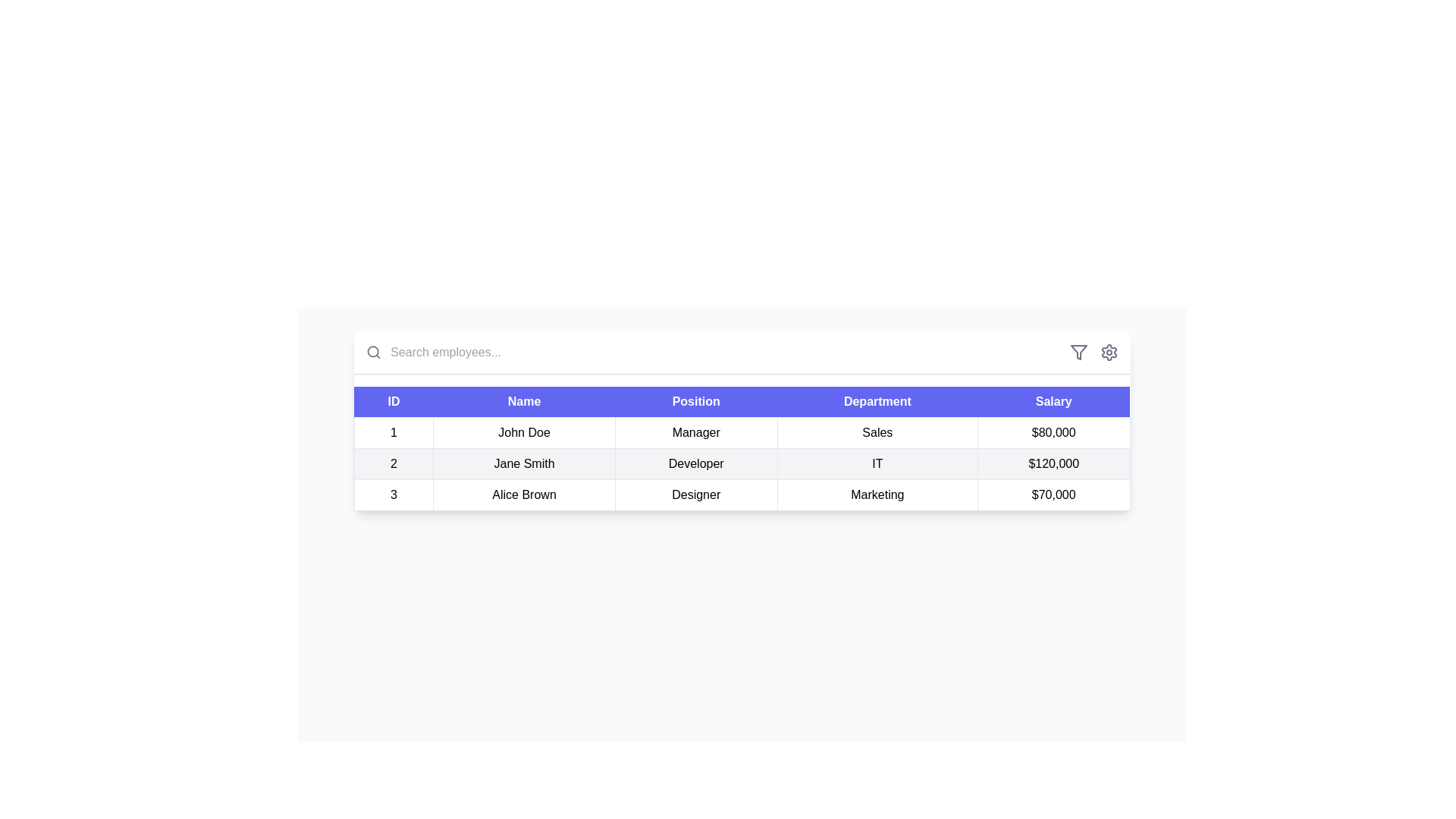  I want to click on the 'Sales' department text label located in the fourth column of the first row of the table, which is adjacent to the 'Manager' column on the left and '$80,000' column on the right, so click(877, 432).